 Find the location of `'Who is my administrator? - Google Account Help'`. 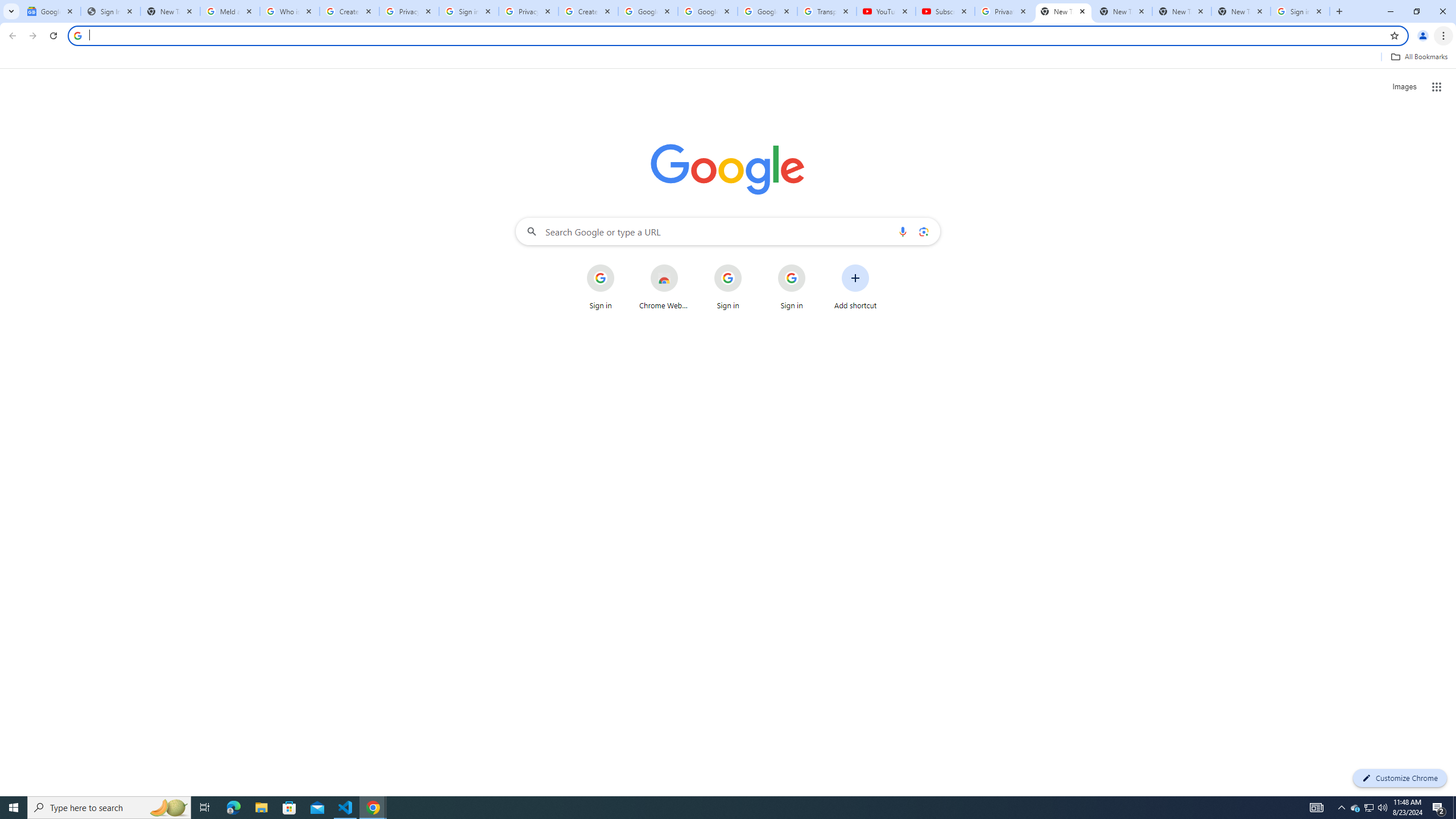

'Who is my administrator? - Google Account Help' is located at coordinates (289, 11).